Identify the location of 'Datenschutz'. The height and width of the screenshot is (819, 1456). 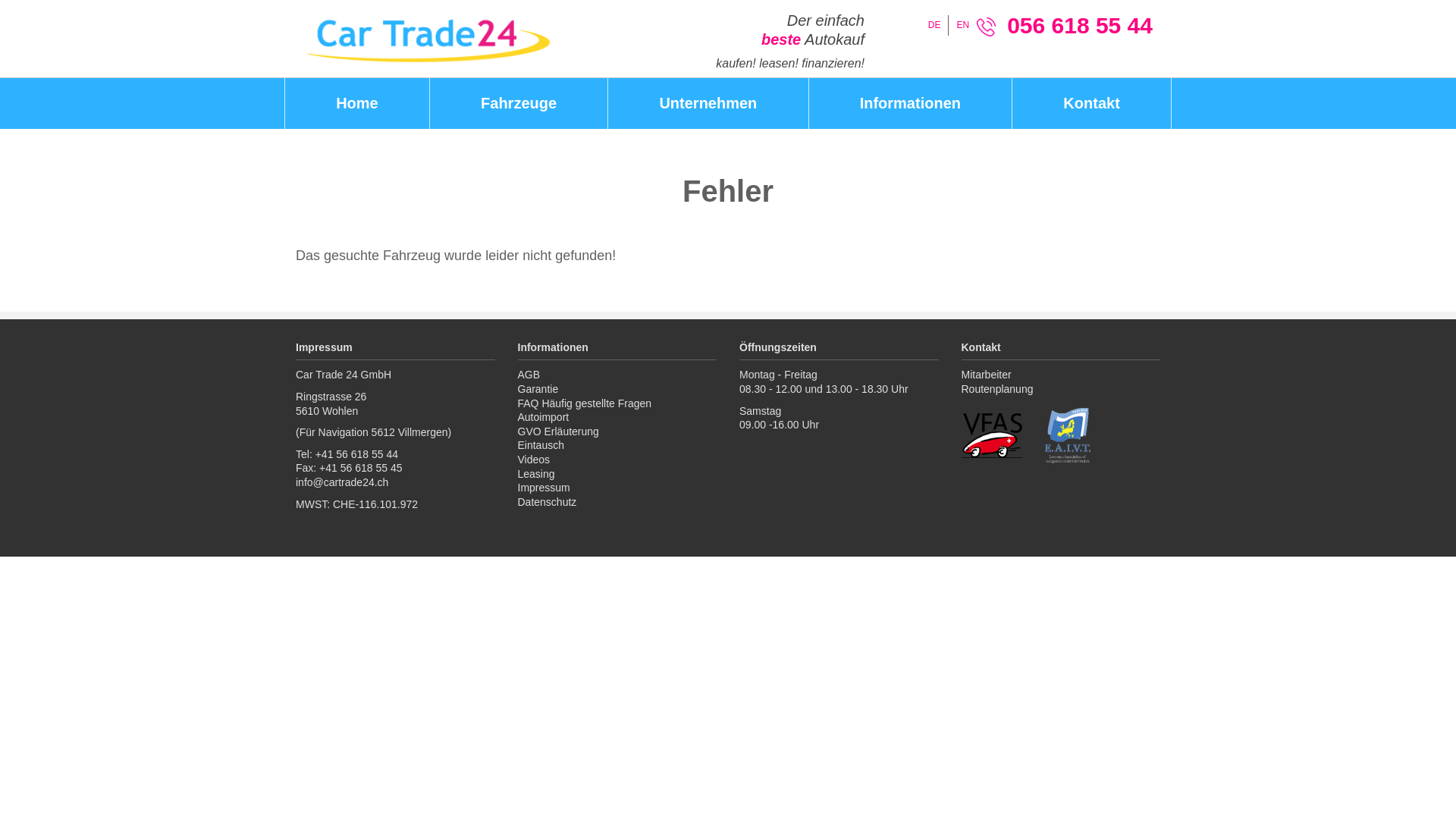
(516, 502).